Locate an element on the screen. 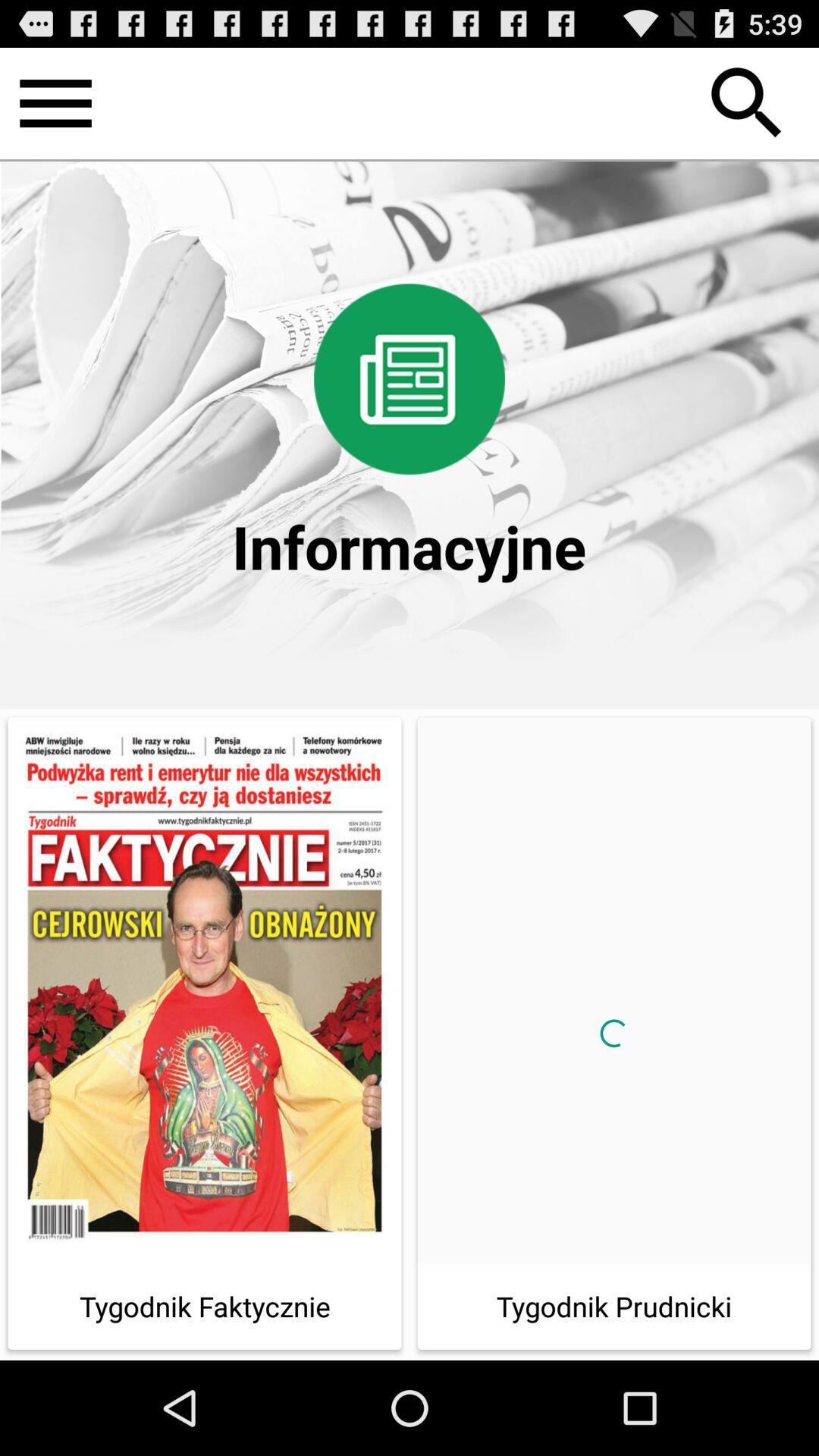 The height and width of the screenshot is (1456, 819). menu is located at coordinates (55, 102).